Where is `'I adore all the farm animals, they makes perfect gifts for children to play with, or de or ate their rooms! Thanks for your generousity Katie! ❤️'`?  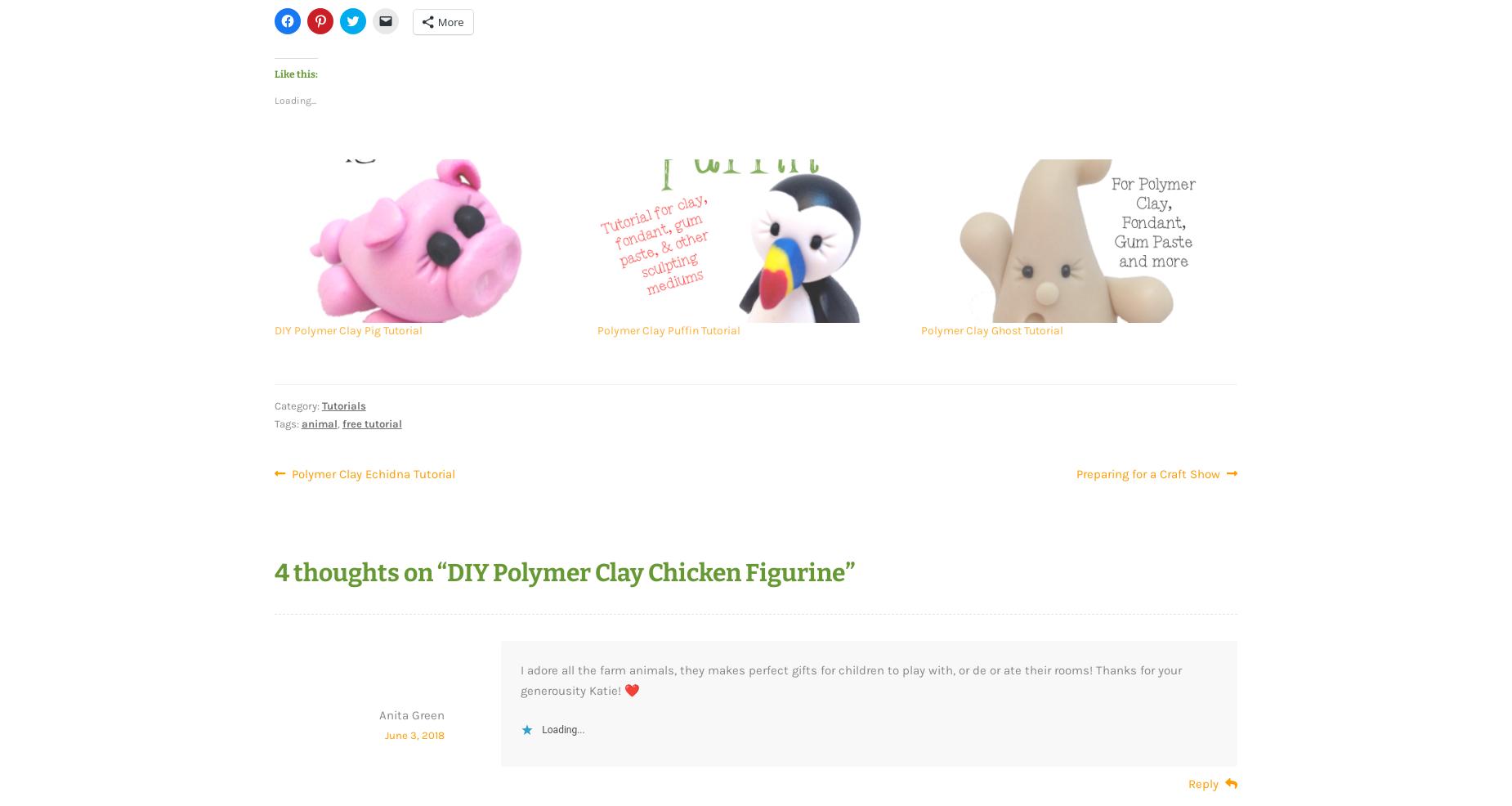
'I adore all the farm animals, they makes perfect gifts for children to play with, or de or ate their rooms! Thanks for your generousity Katie! ❤️' is located at coordinates (850, 678).